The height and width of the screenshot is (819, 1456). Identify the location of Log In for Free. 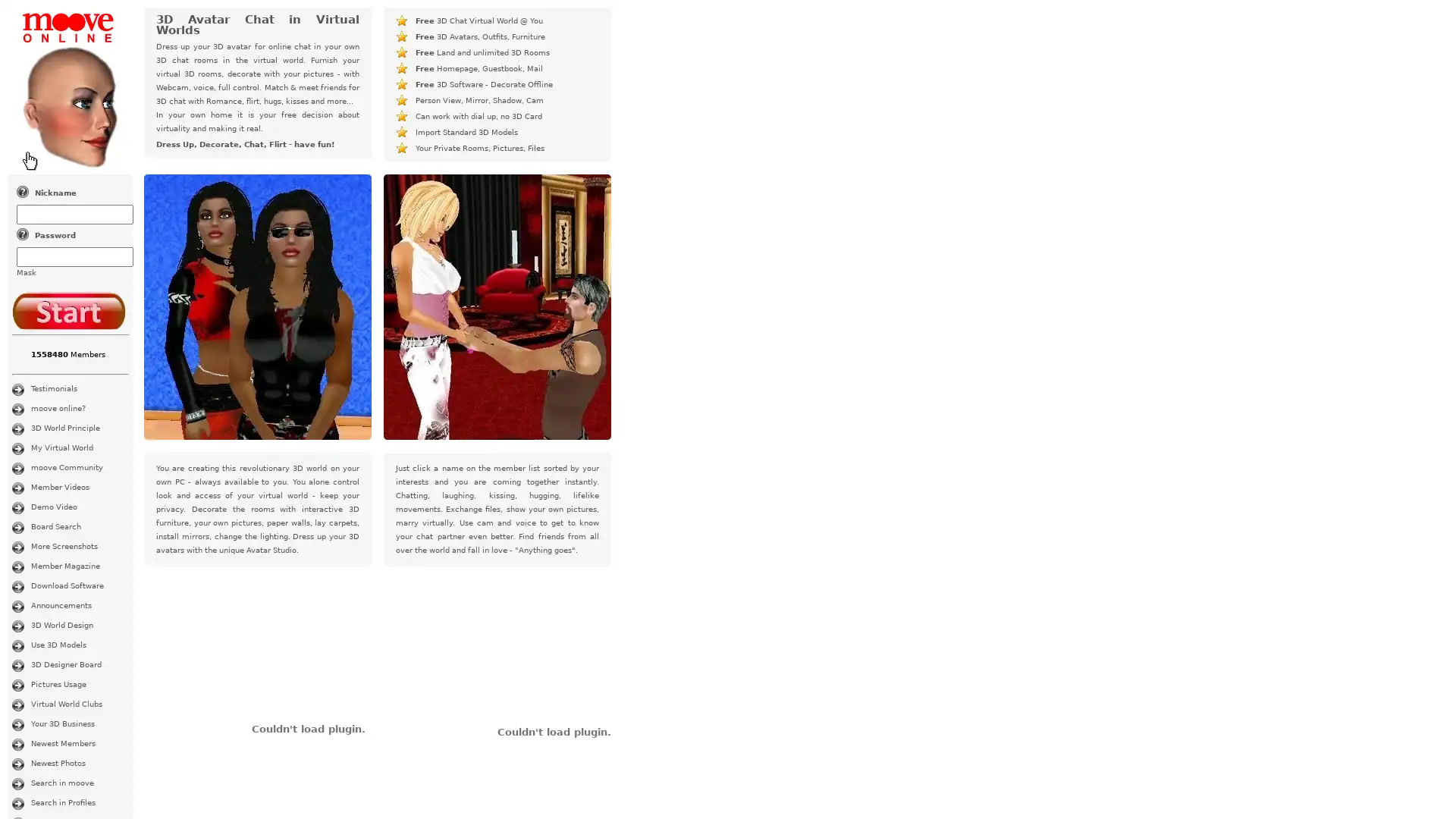
(68, 309).